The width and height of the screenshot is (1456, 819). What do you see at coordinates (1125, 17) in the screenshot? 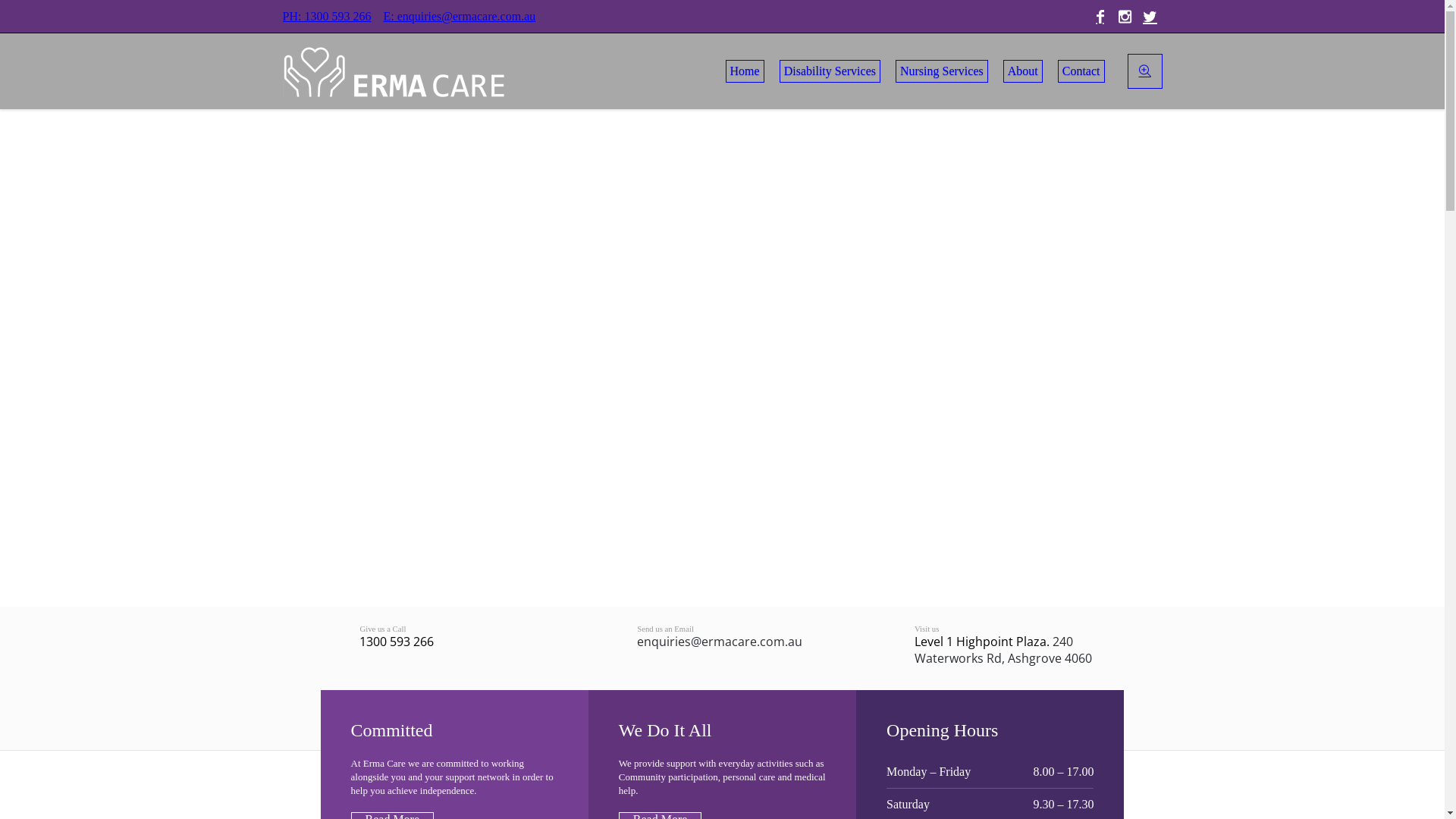
I see `'Instagram'` at bounding box center [1125, 17].